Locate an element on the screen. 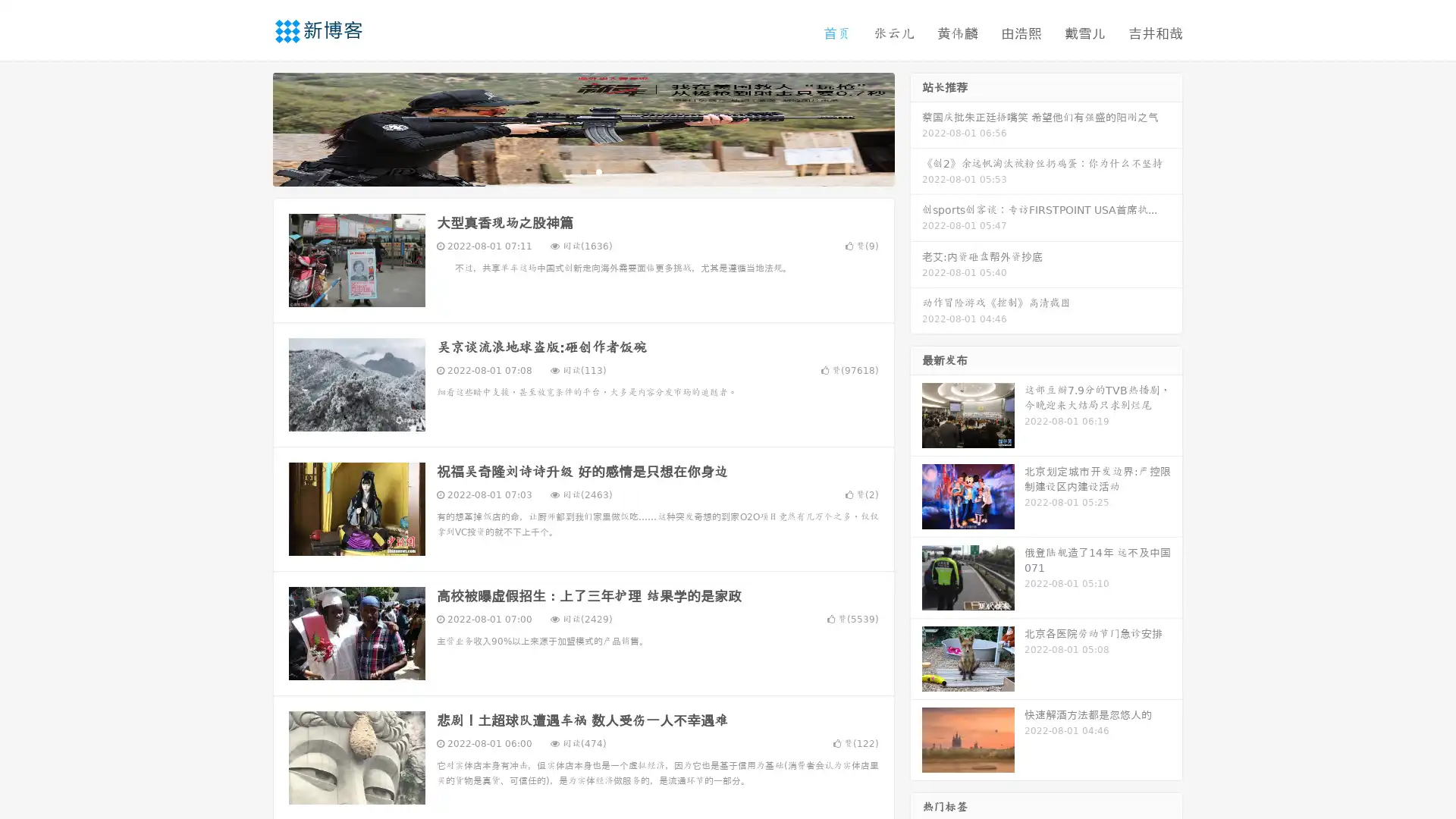 The width and height of the screenshot is (1456, 819). Previous slide is located at coordinates (250, 127).